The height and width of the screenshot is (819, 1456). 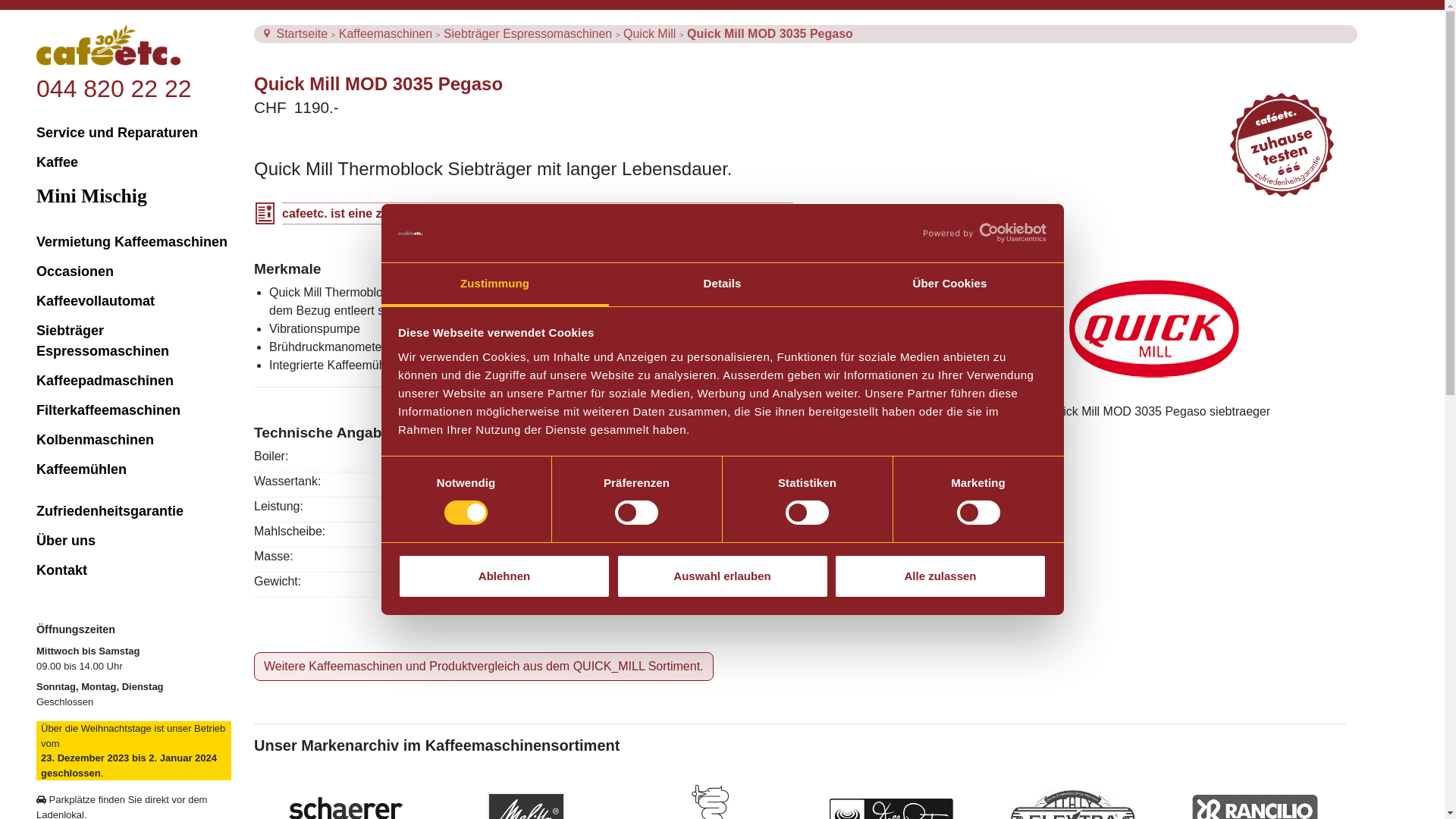 What do you see at coordinates (504, 576) in the screenshot?
I see `'Ablehnen'` at bounding box center [504, 576].